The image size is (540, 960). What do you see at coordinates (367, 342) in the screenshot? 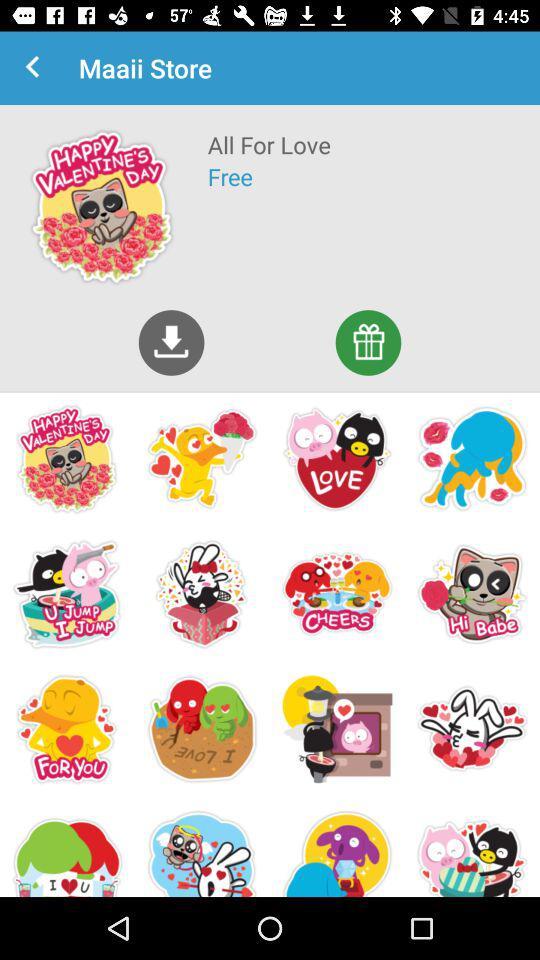
I see `the gift icon` at bounding box center [367, 342].